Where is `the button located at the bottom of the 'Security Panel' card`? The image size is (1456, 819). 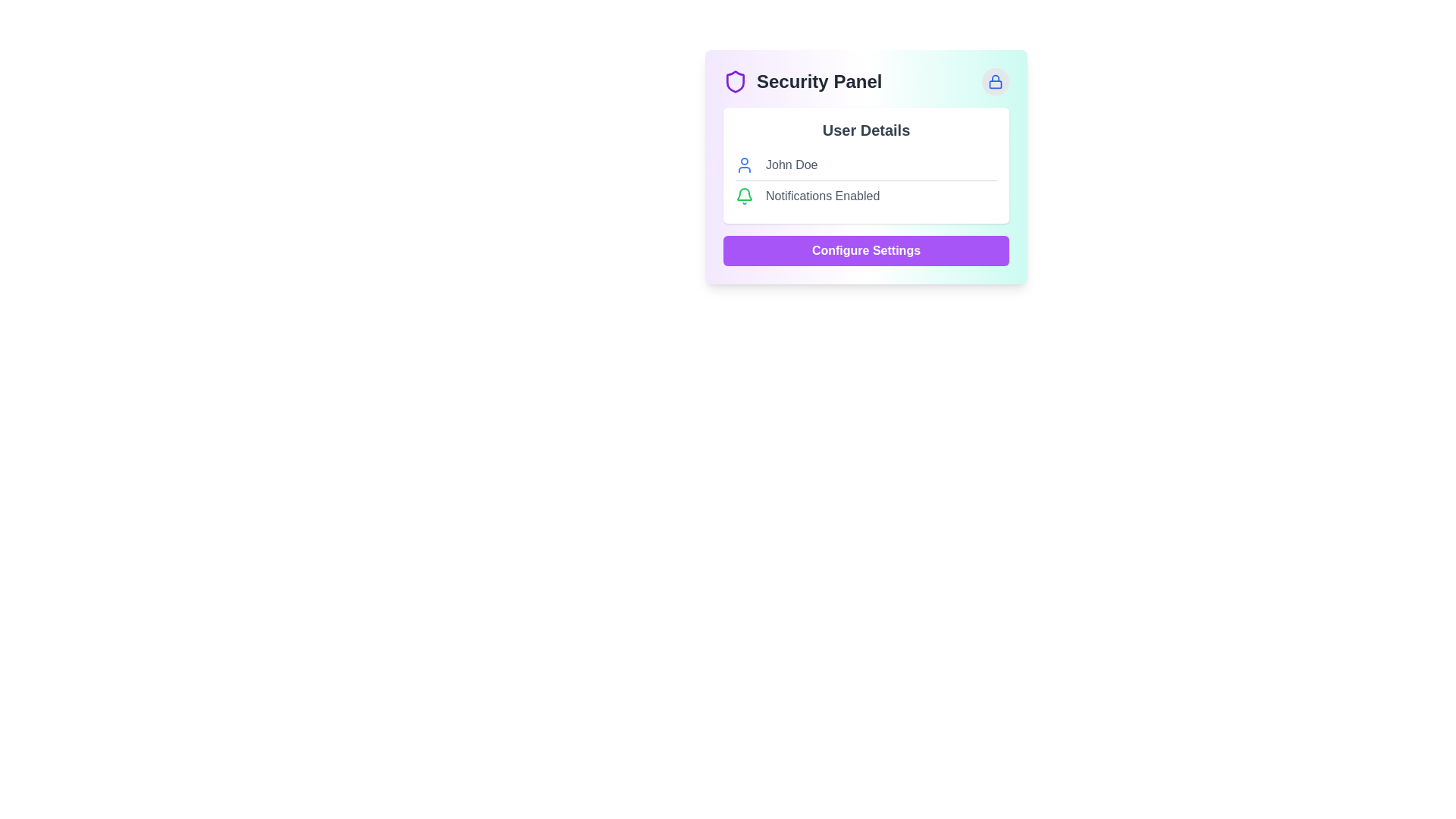 the button located at the bottom of the 'Security Panel' card is located at coordinates (866, 250).